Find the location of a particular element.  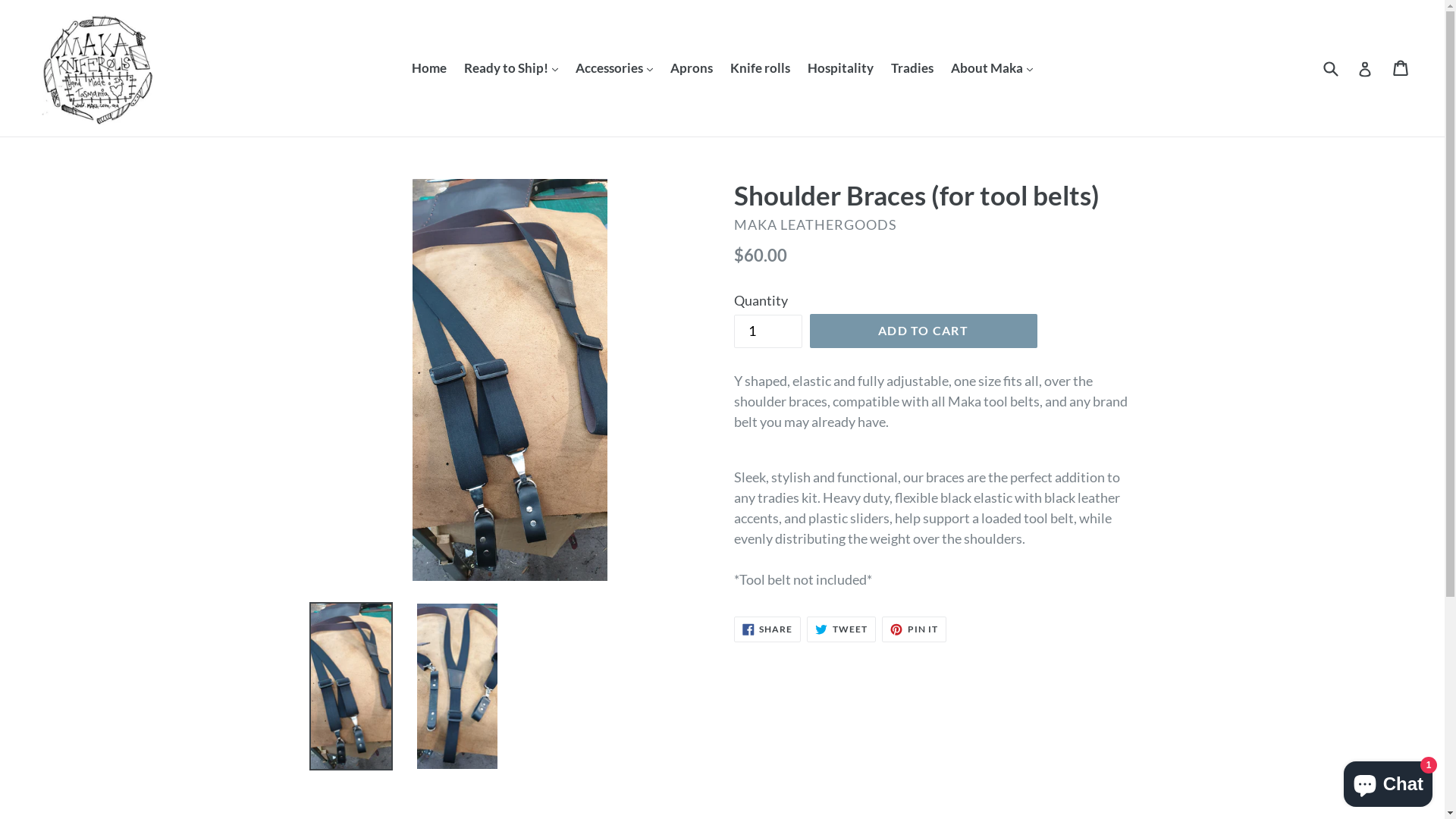

'Shopify online store chat' is located at coordinates (1388, 780).